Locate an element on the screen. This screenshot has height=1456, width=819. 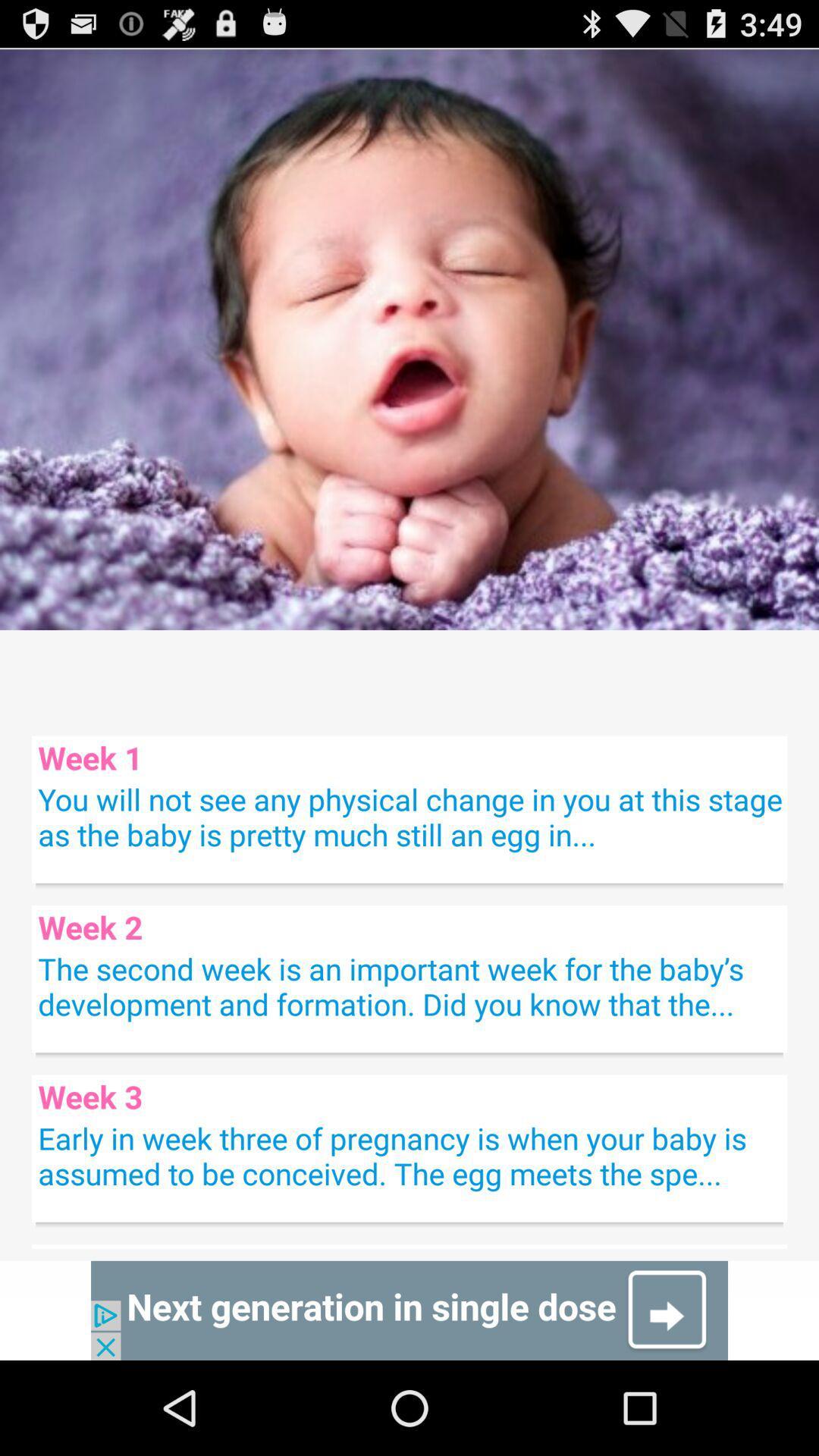
advertisement link is located at coordinates (409, 1310).